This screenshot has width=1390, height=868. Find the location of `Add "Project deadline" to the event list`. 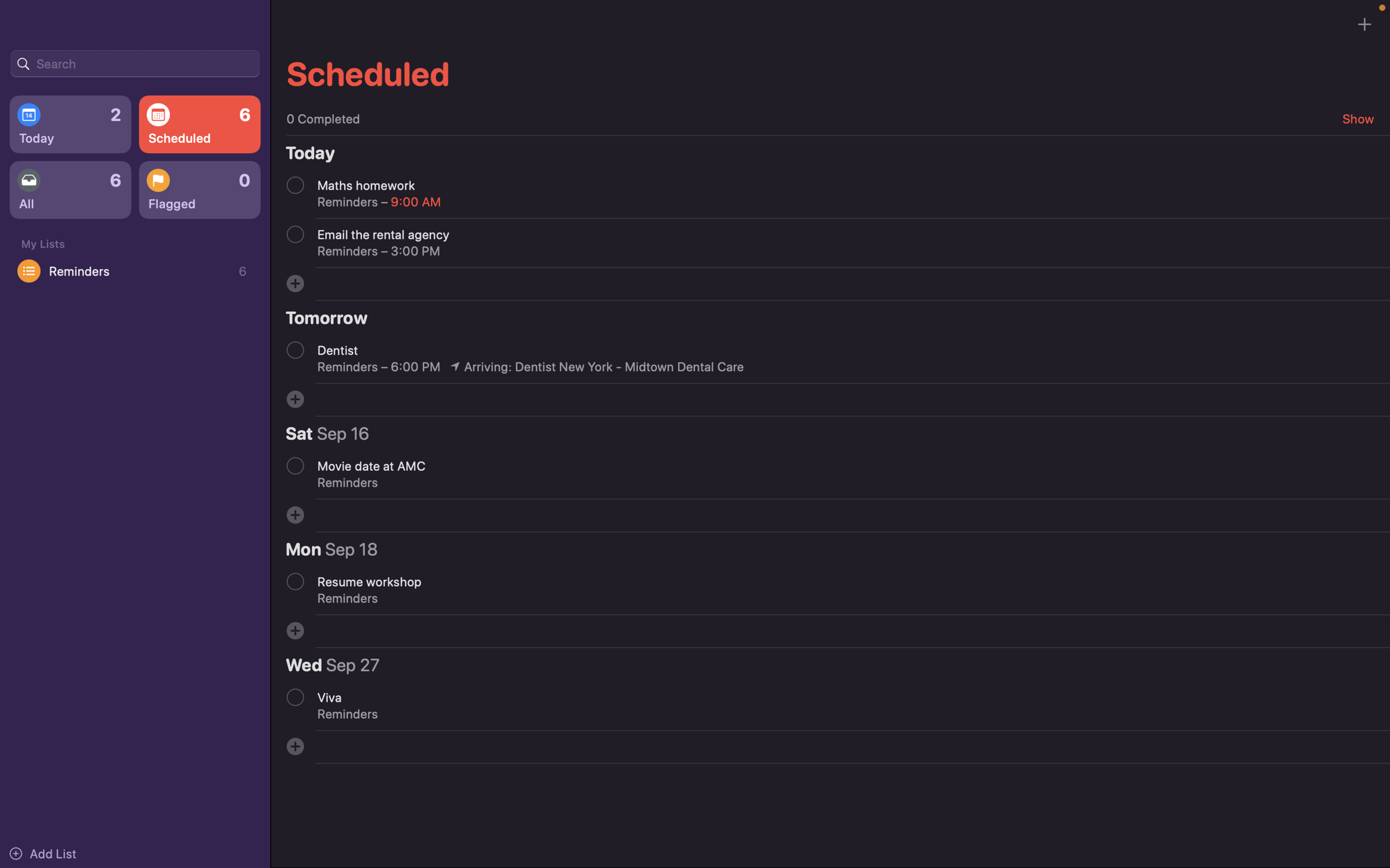

Add "Project deadline" to the event list is located at coordinates (295, 282).